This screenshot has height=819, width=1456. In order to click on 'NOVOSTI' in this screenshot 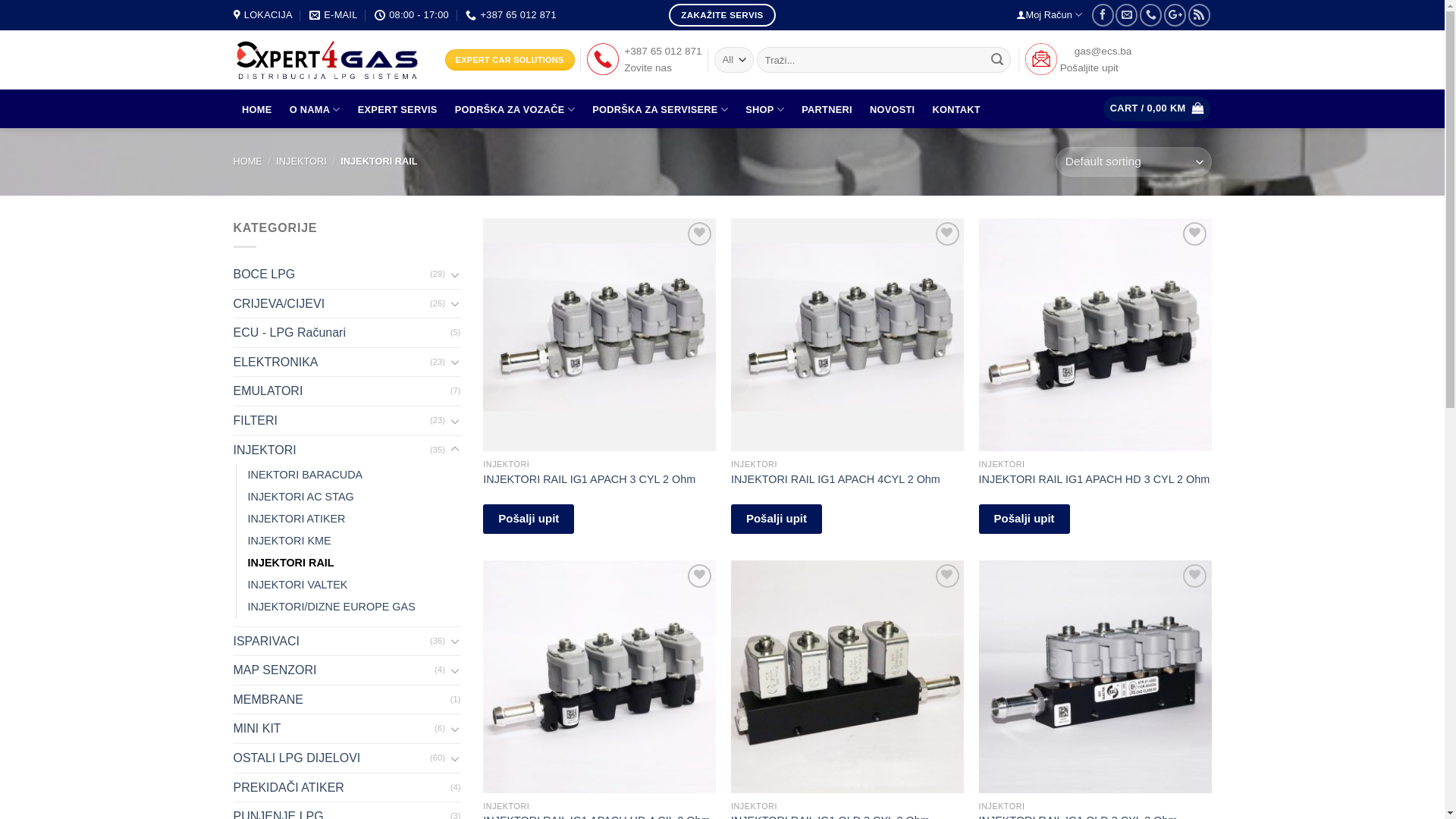, I will do `click(892, 109)`.